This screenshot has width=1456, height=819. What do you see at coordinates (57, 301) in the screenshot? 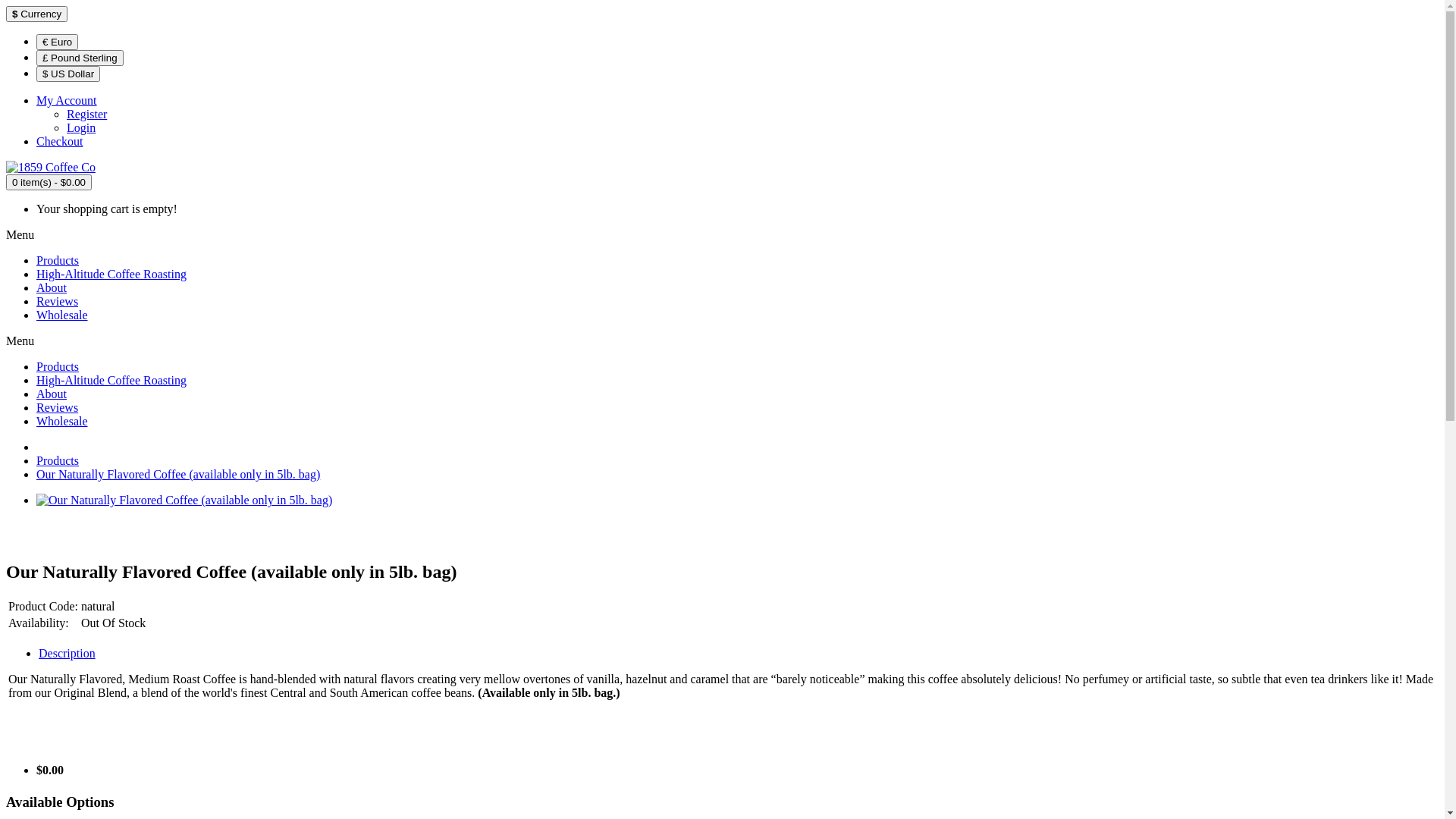
I see `'Reviews'` at bounding box center [57, 301].